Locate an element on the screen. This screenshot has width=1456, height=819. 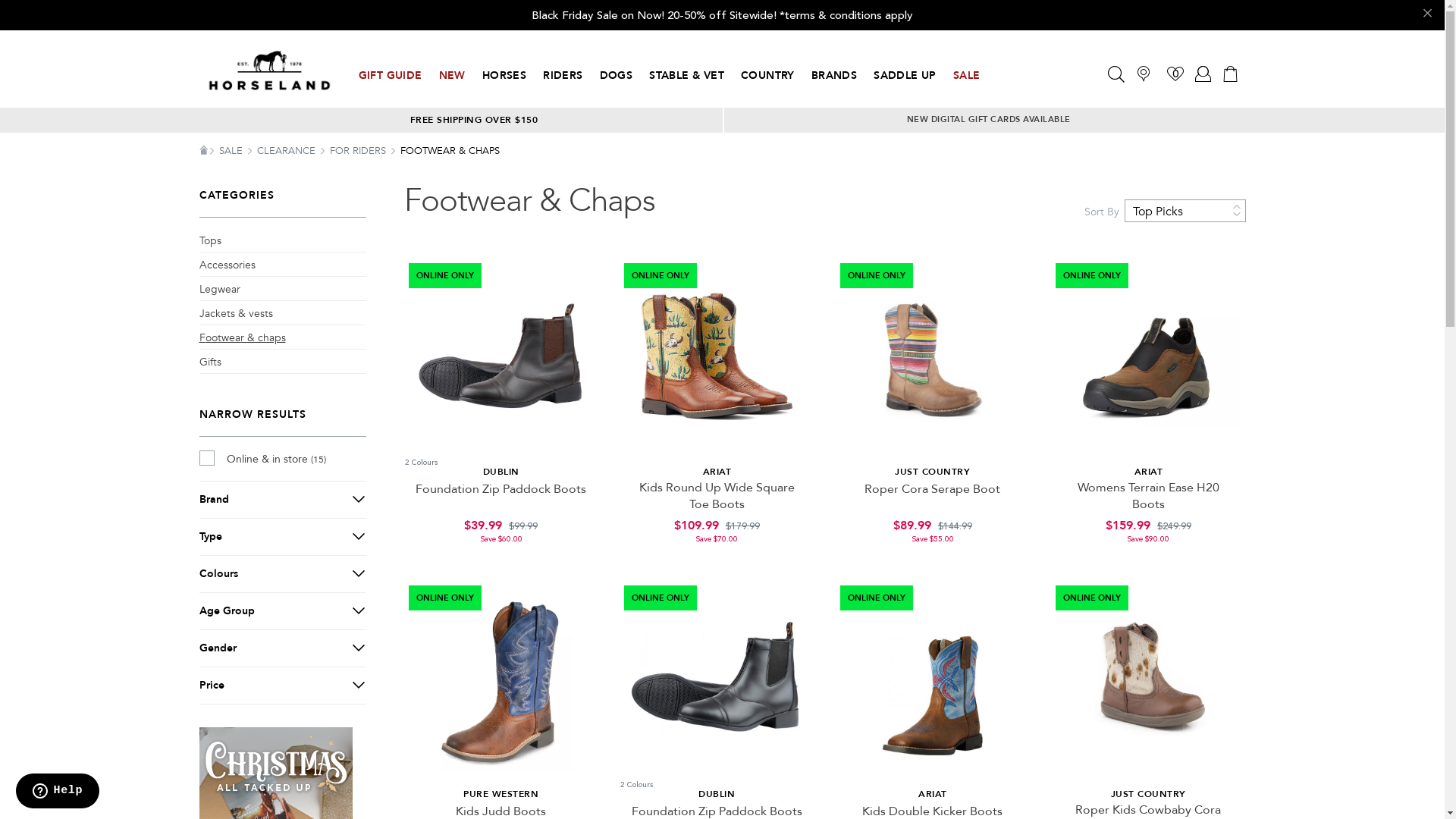
'Jackets & vests' is located at coordinates (234, 312).